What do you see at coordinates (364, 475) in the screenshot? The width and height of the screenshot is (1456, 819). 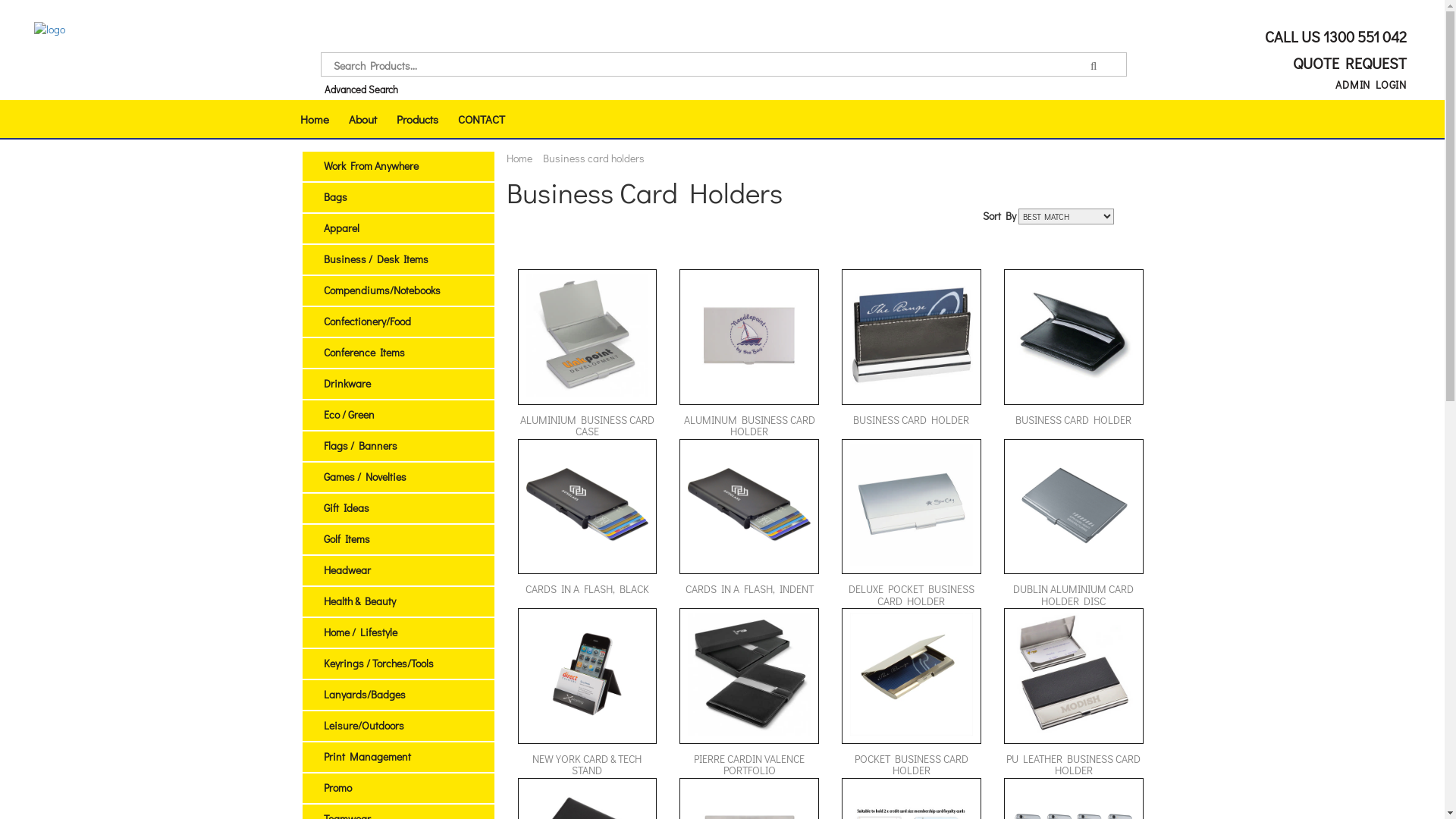 I see `'Games / Novelties'` at bounding box center [364, 475].